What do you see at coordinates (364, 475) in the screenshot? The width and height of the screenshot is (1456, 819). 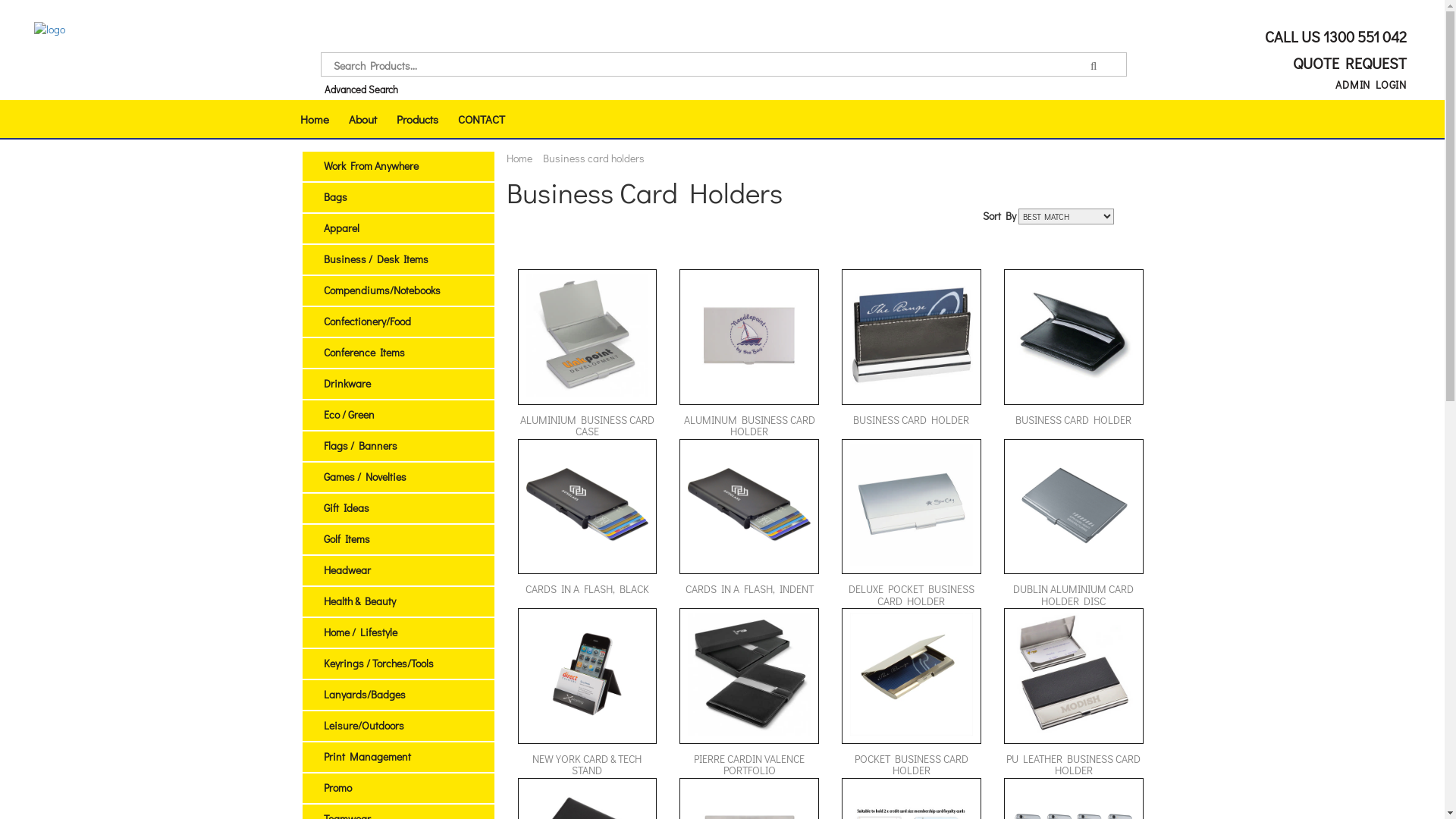 I see `'Games / Novelties'` at bounding box center [364, 475].